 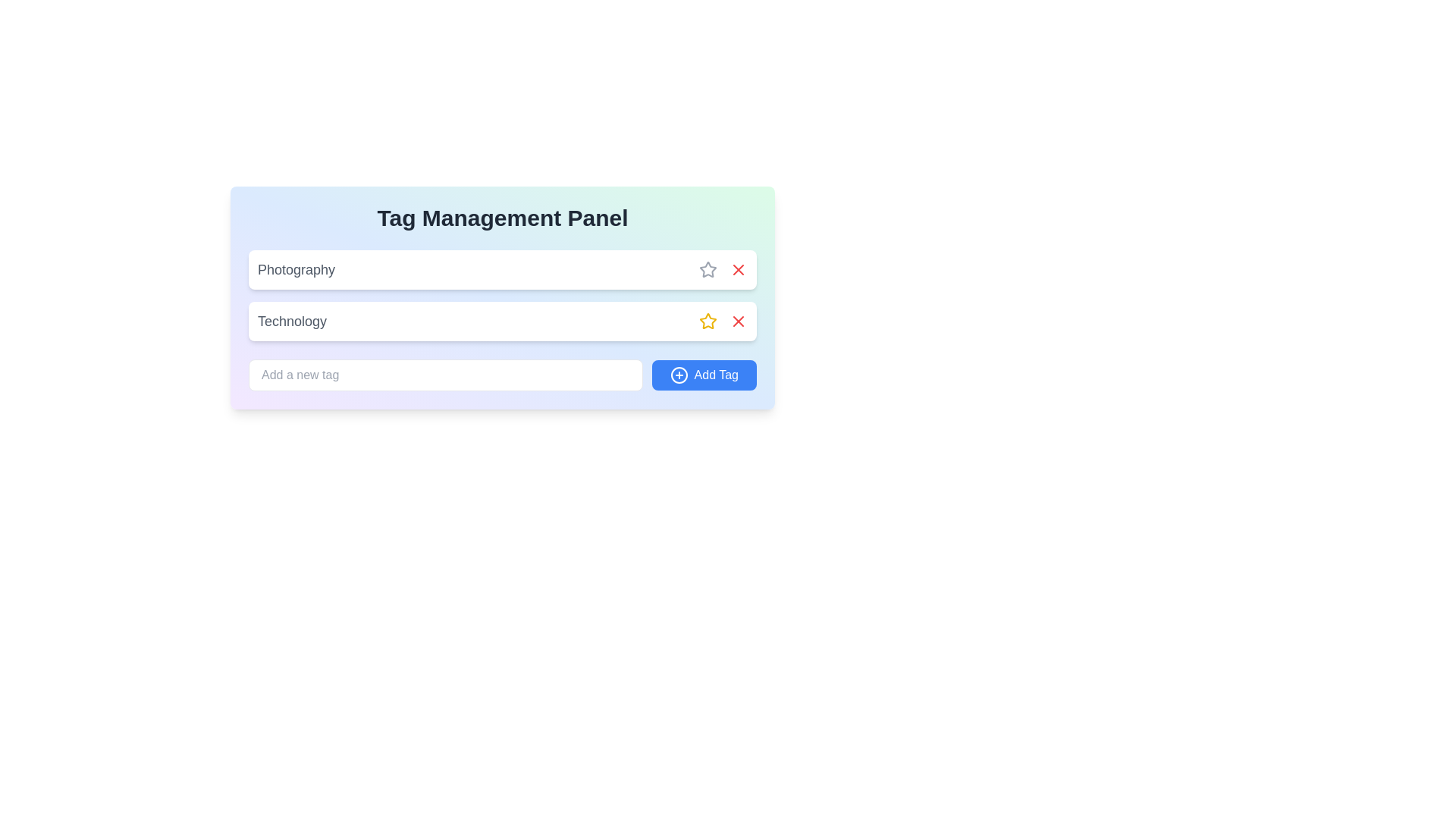 I want to click on the 'Add Tag' button located at the bottom-right of the 'Tag Management Panel', so click(x=703, y=375).